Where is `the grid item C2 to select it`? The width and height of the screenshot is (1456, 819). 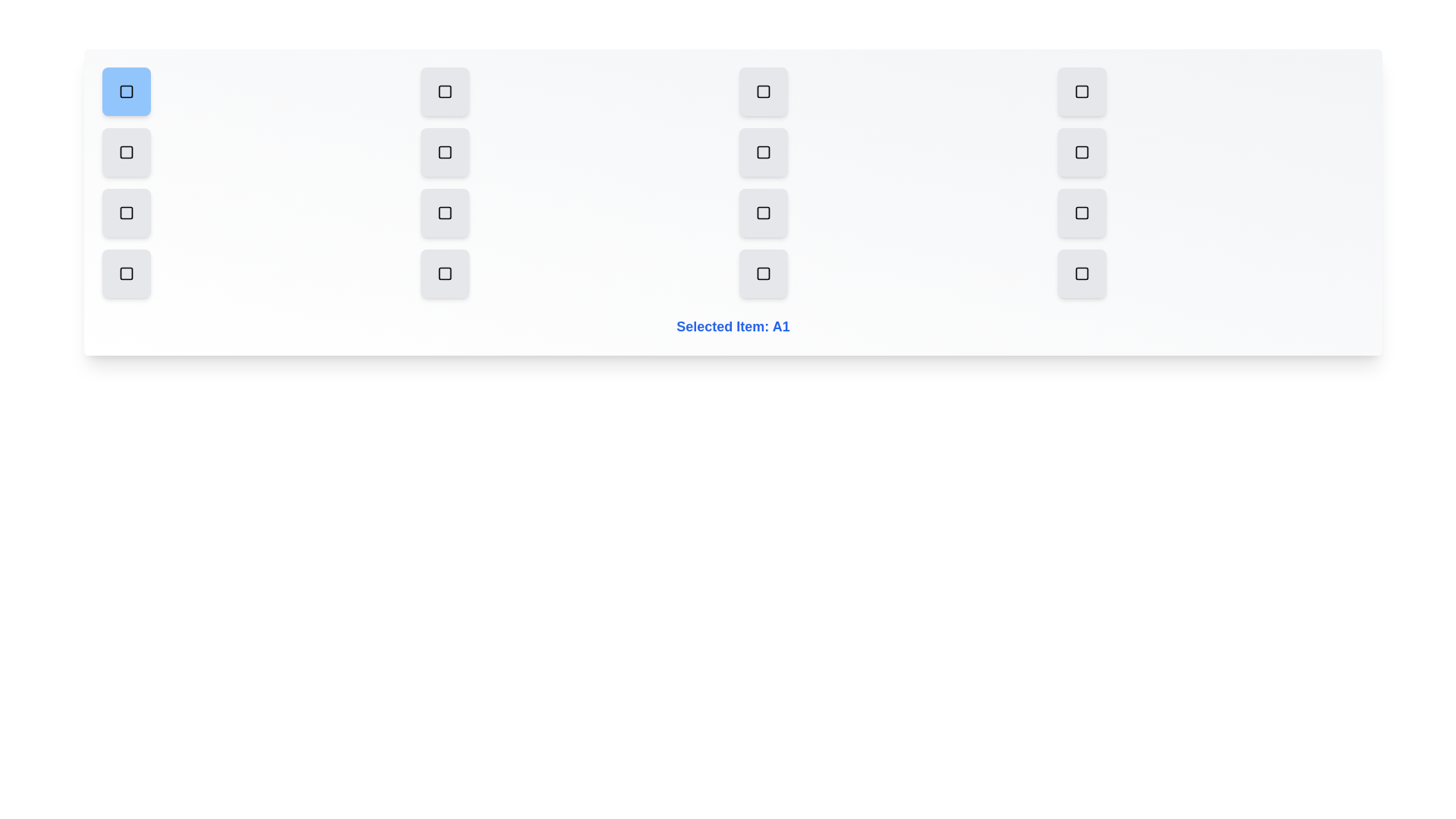 the grid item C2 to select it is located at coordinates (444, 213).